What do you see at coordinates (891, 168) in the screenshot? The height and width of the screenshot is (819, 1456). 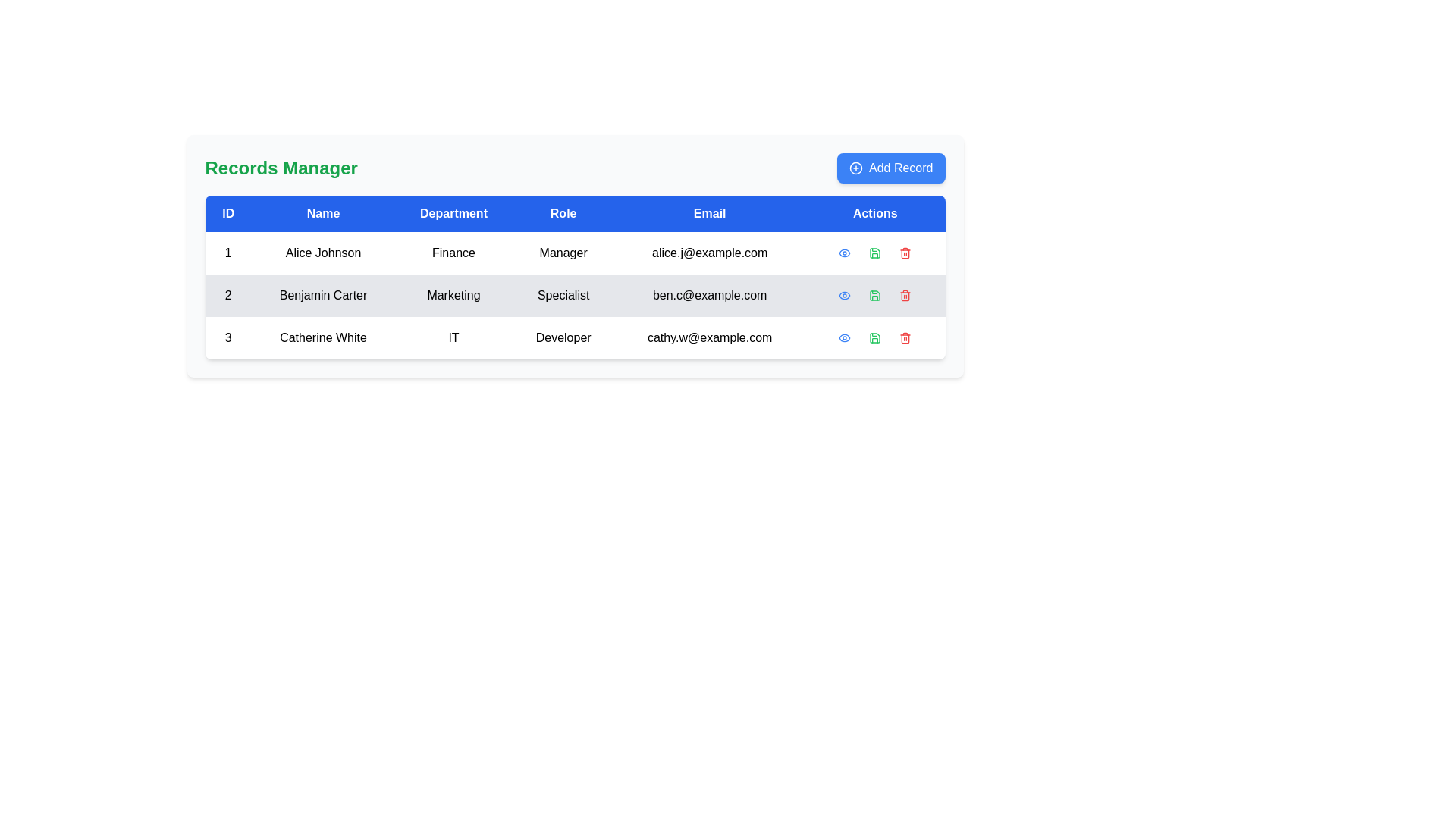 I see `the 'Add New Record' button located at the top-right corner of the 'Records Manager' interface to initiate adding a record` at bounding box center [891, 168].